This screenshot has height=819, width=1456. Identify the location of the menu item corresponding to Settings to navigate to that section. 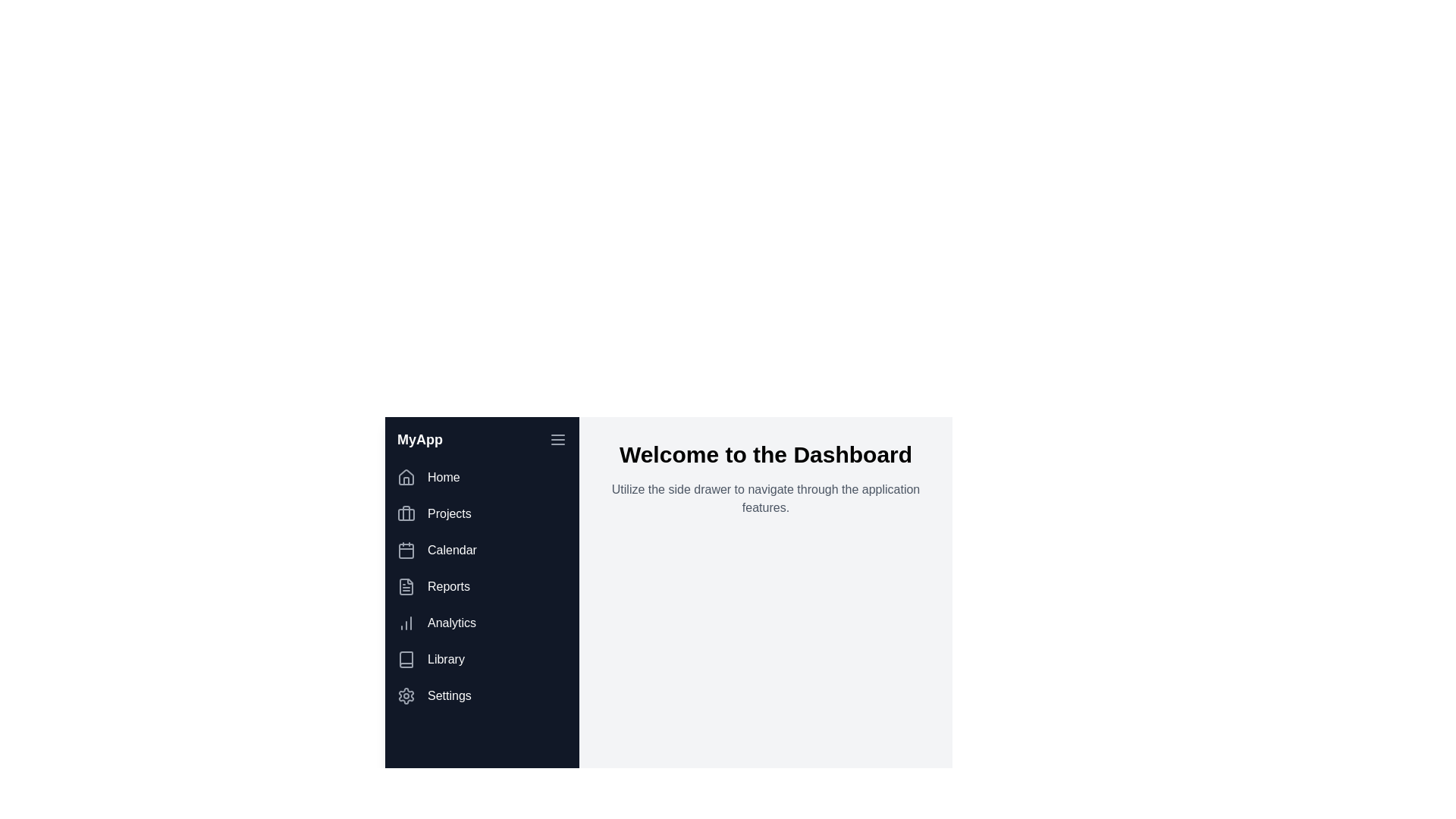
(481, 696).